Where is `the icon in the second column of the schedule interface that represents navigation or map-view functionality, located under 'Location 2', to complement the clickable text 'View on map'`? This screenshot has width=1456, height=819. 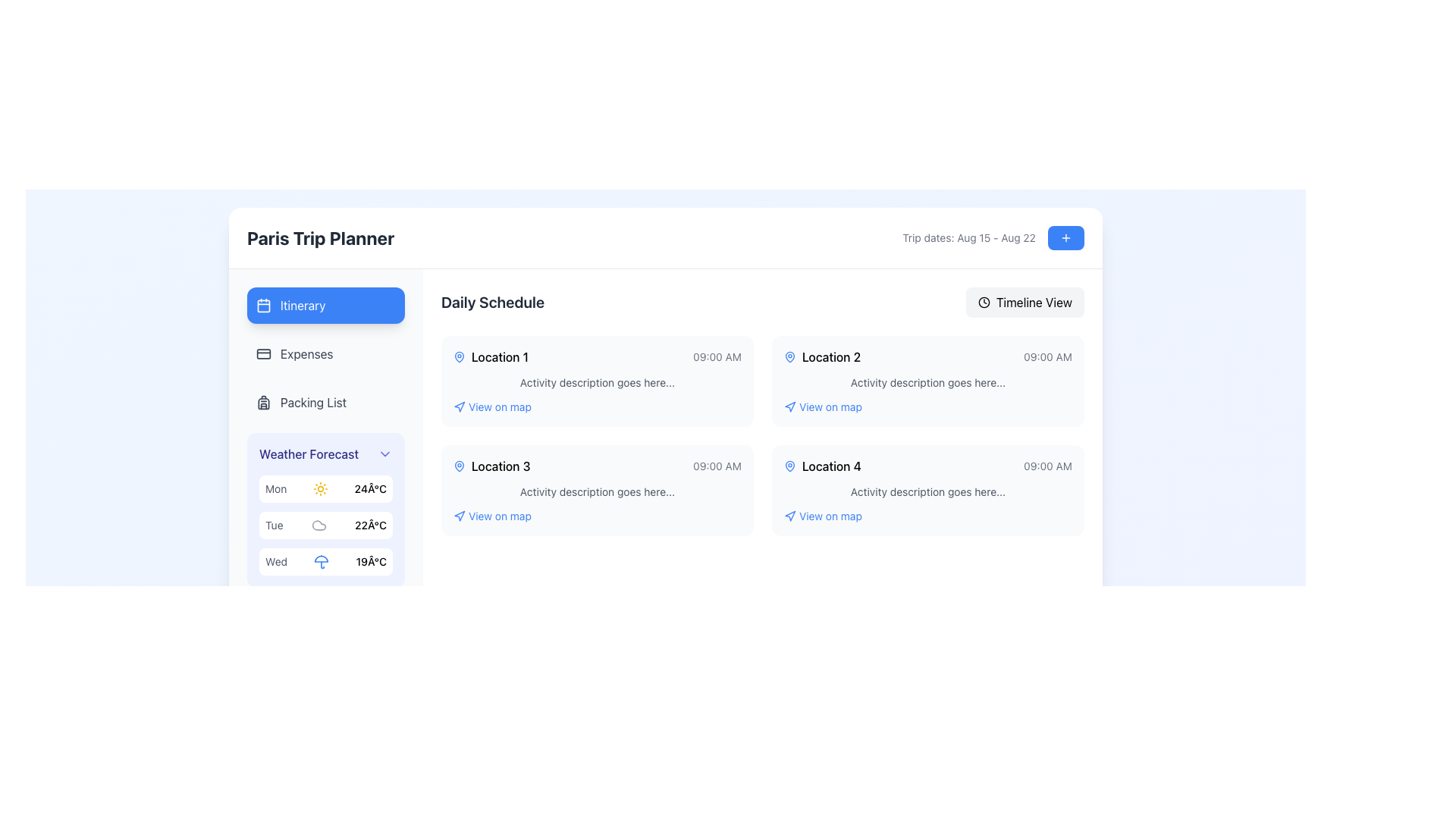 the icon in the second column of the schedule interface that represents navigation or map-view functionality, located under 'Location 2', to complement the clickable text 'View on map' is located at coordinates (789, 406).